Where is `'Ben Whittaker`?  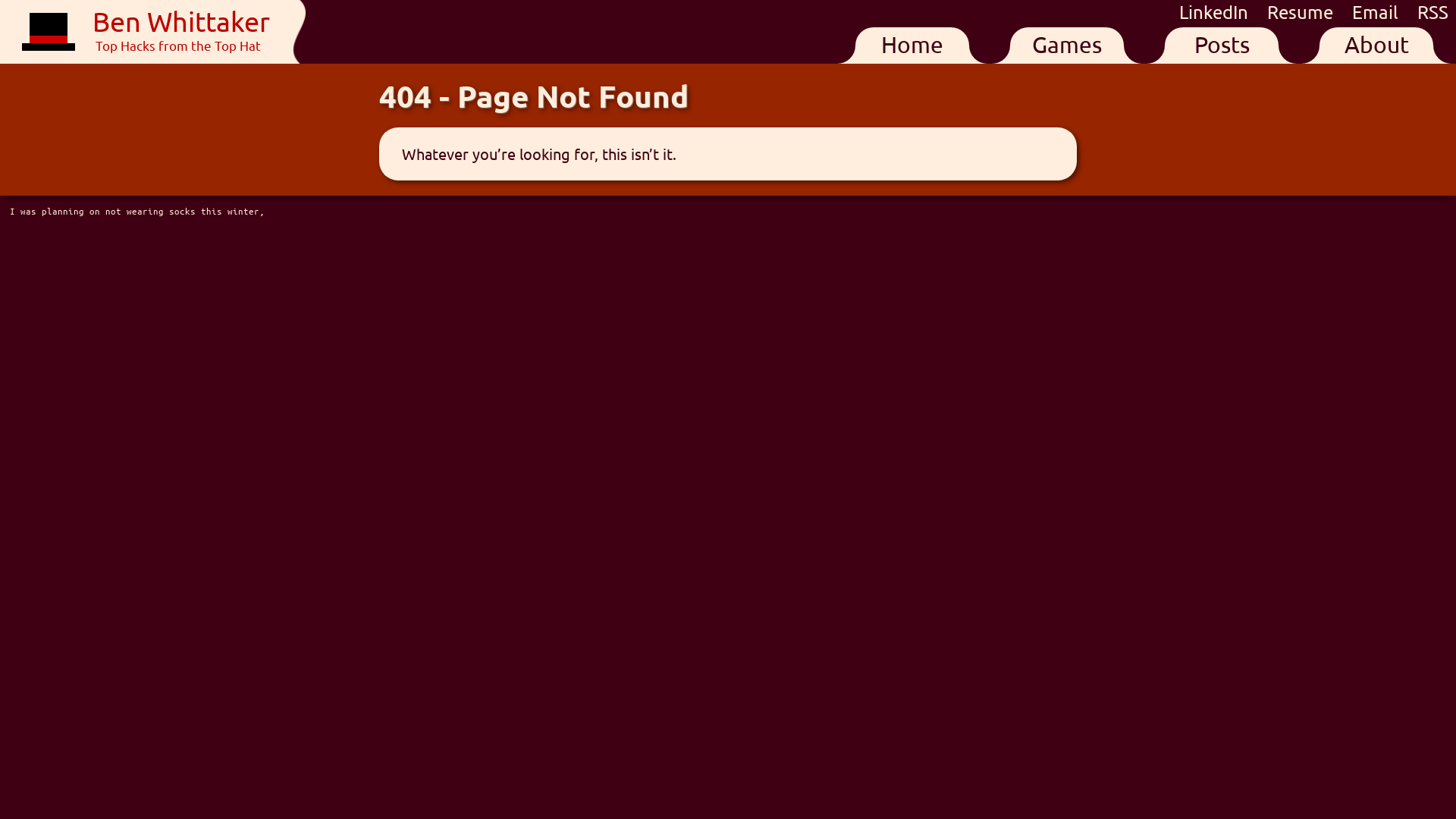 'Ben Whittaker is located at coordinates (146, 32).